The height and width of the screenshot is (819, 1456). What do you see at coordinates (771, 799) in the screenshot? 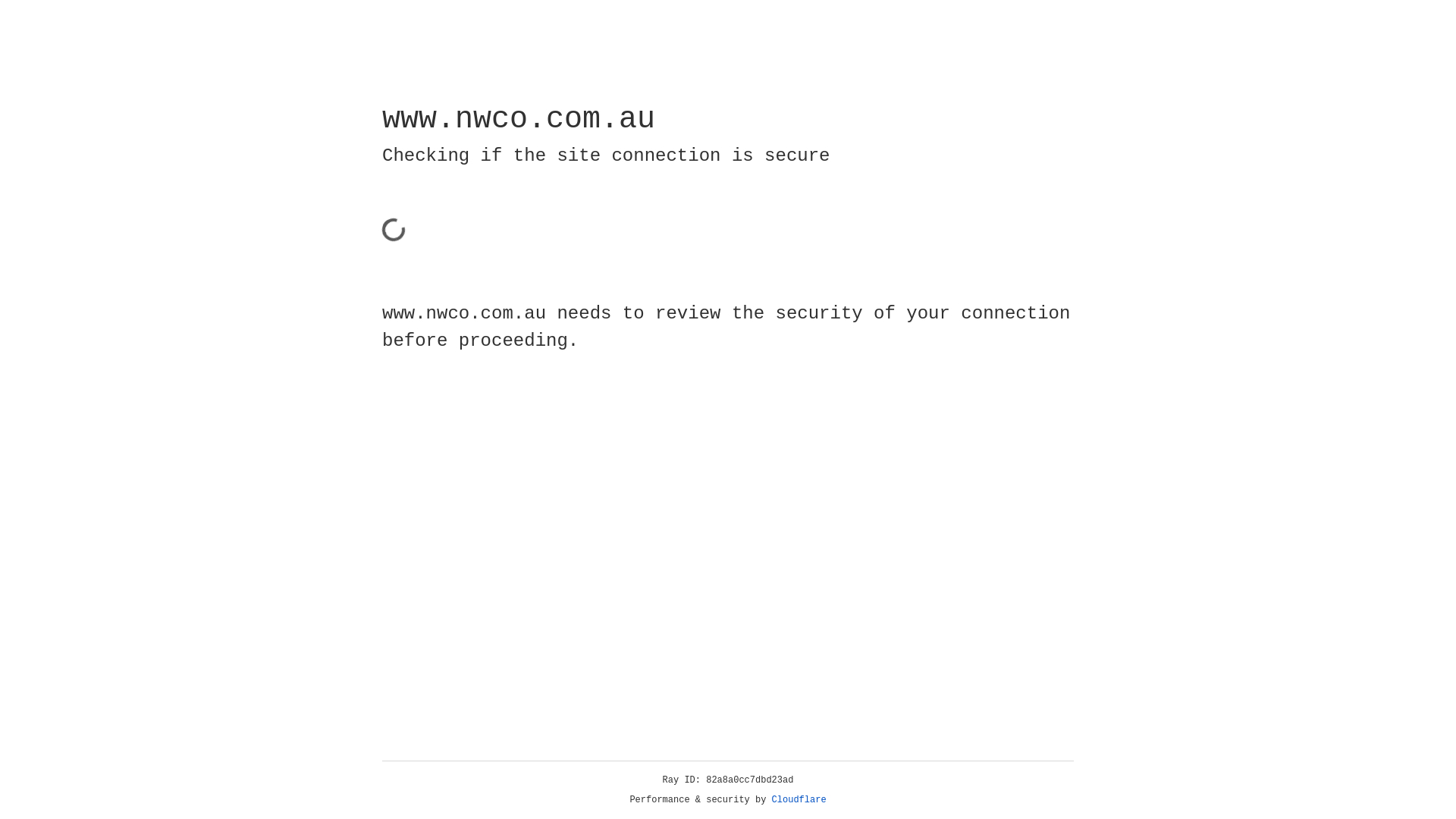
I see `'Cloudflare'` at bounding box center [771, 799].